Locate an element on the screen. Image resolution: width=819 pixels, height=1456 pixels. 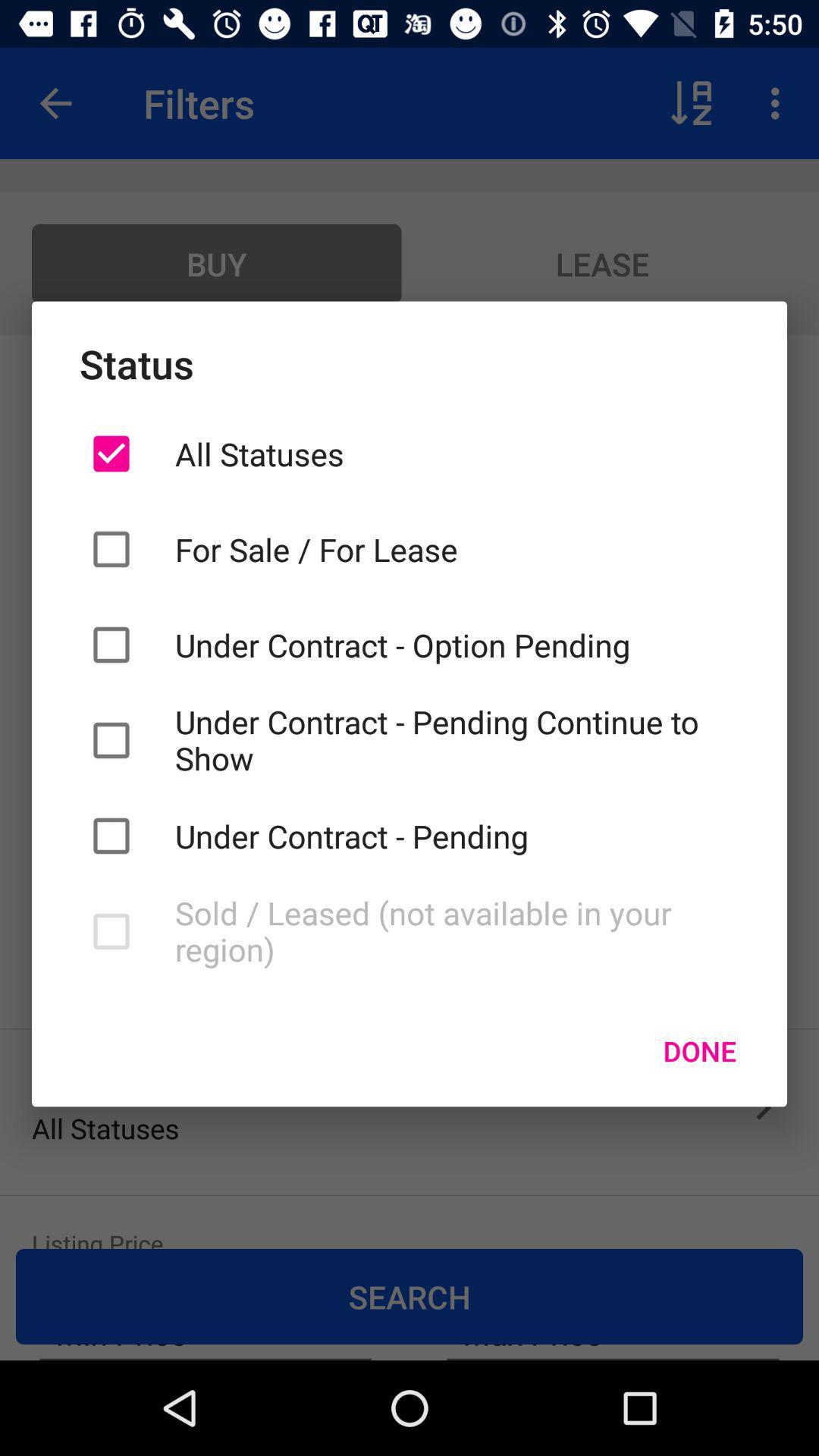
icon above the for sale for icon is located at coordinates (456, 453).